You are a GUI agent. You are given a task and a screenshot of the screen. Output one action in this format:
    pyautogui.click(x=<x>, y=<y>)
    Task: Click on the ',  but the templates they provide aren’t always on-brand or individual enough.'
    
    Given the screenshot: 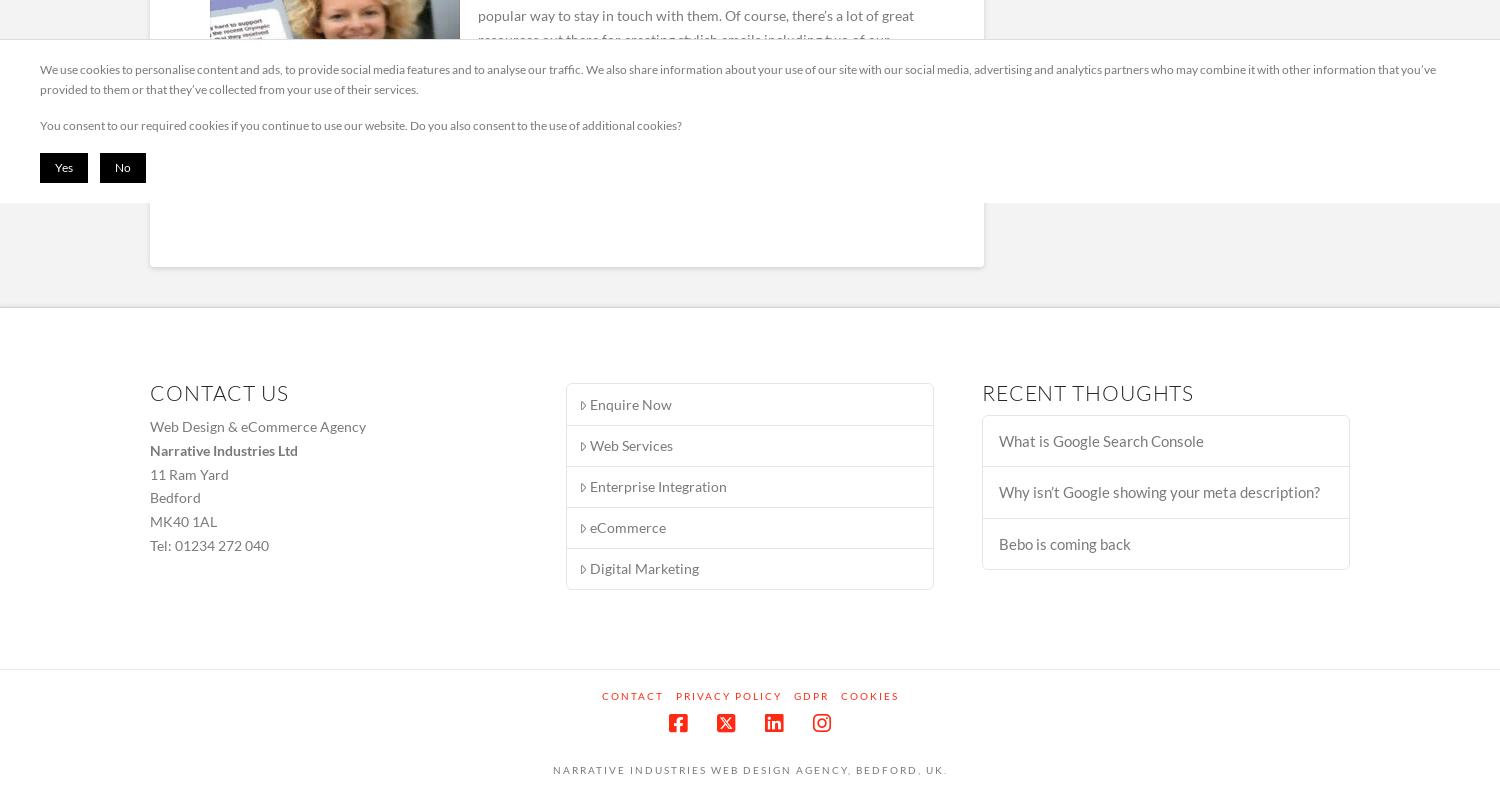 What is the action you would take?
    pyautogui.click(x=477, y=73)
    